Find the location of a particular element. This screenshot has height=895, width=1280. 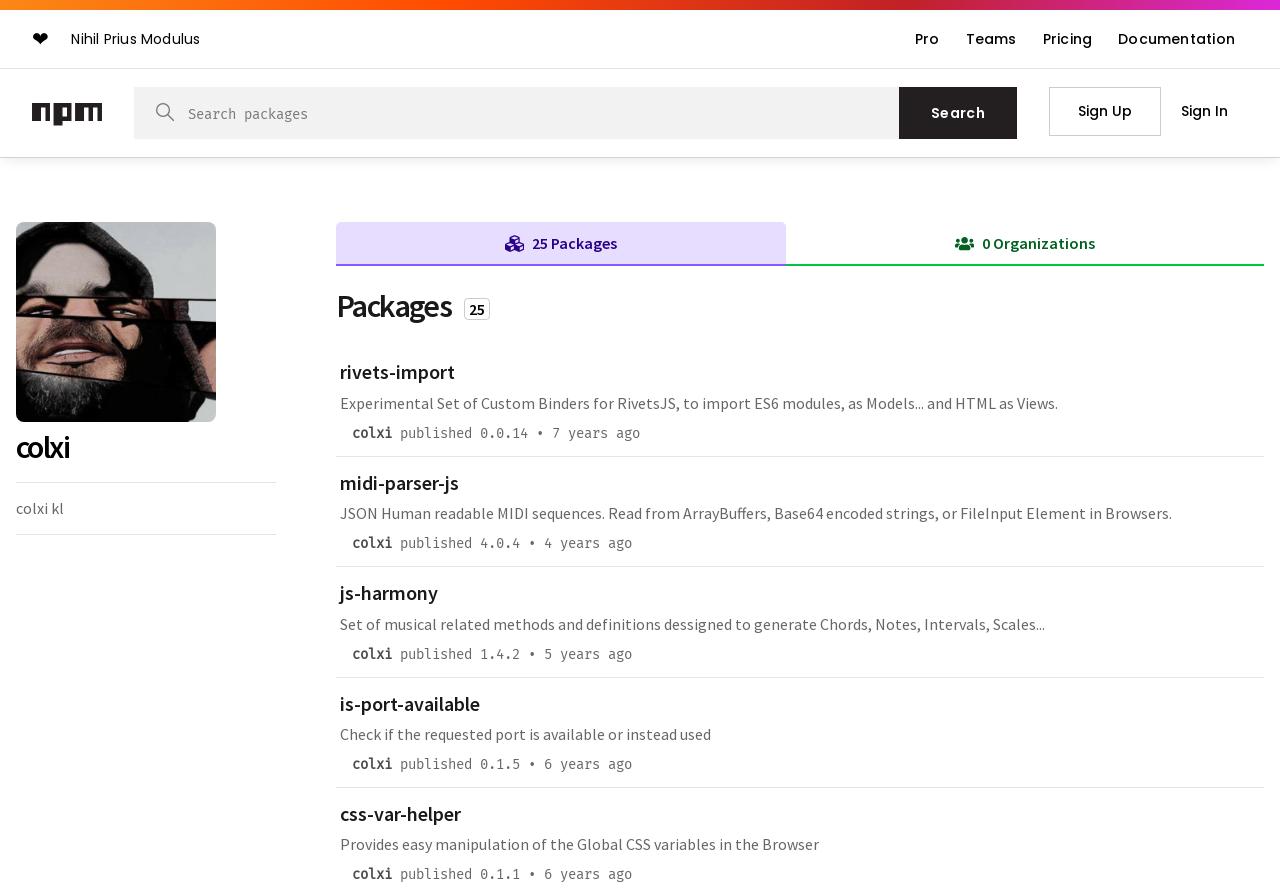

'4 years ago' is located at coordinates (544, 542).